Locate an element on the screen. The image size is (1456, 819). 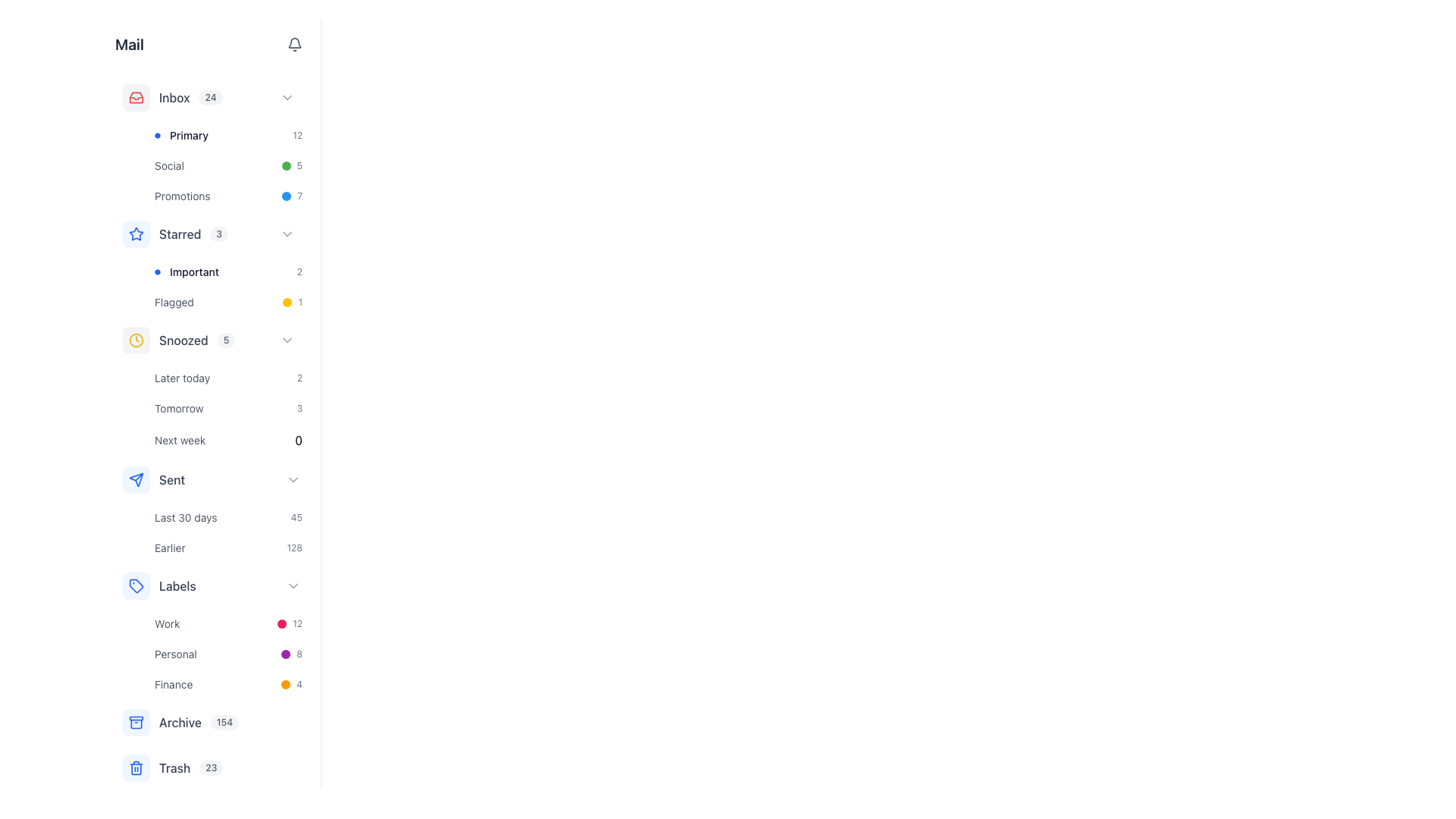
the circular clock icon with a yellow outline, located in the vertical navigation menu to the left of the 'Snoozed' label and number '5' is located at coordinates (136, 339).